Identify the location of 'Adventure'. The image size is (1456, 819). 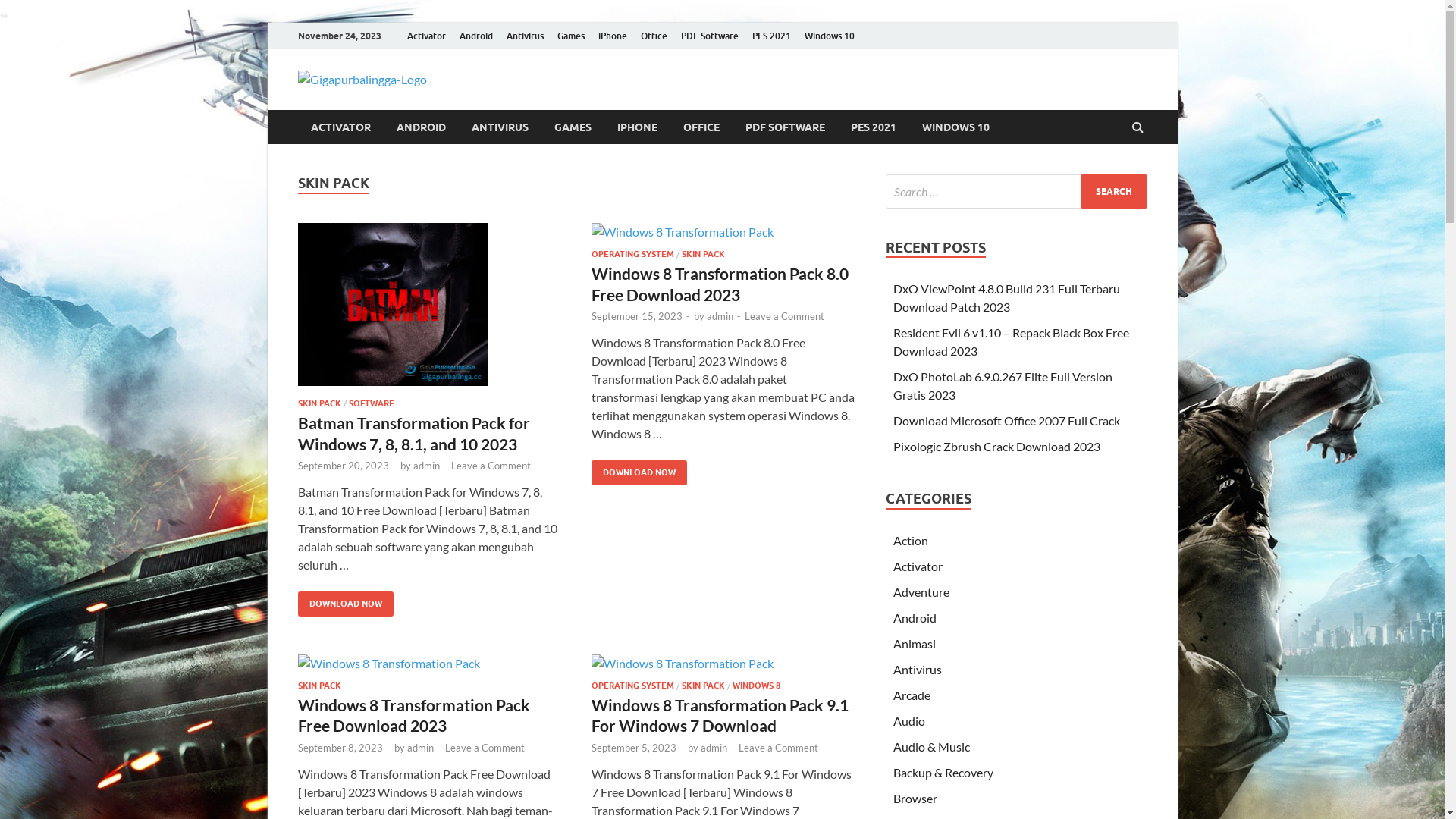
(920, 591).